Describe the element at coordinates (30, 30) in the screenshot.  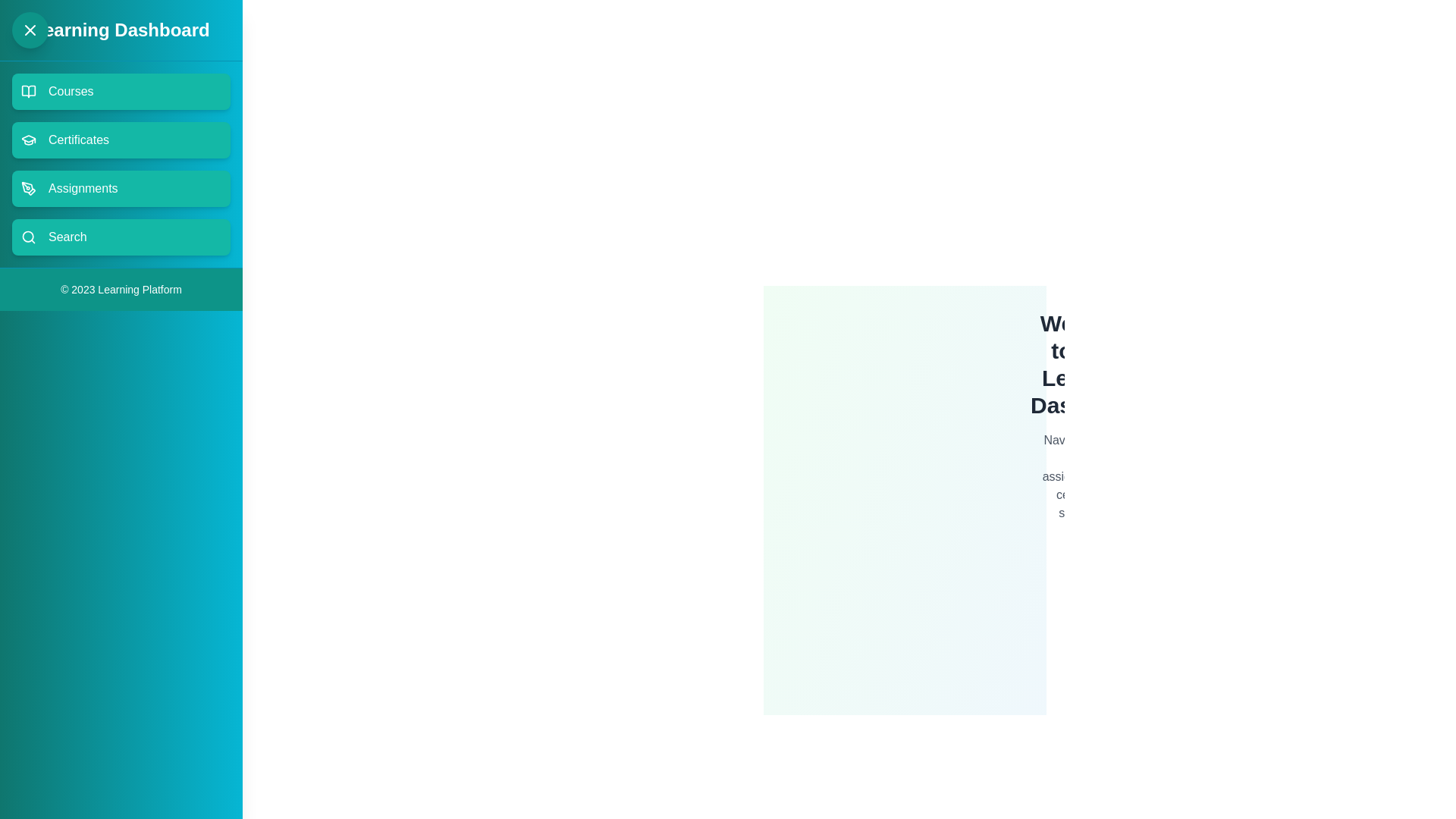
I see `the Close button (SVG-based) located near the top-left corner of the interface, which is inside a circular button-like area adjacent to the 'Learning Dashboard' text on the sidebar for interactive effects` at that location.